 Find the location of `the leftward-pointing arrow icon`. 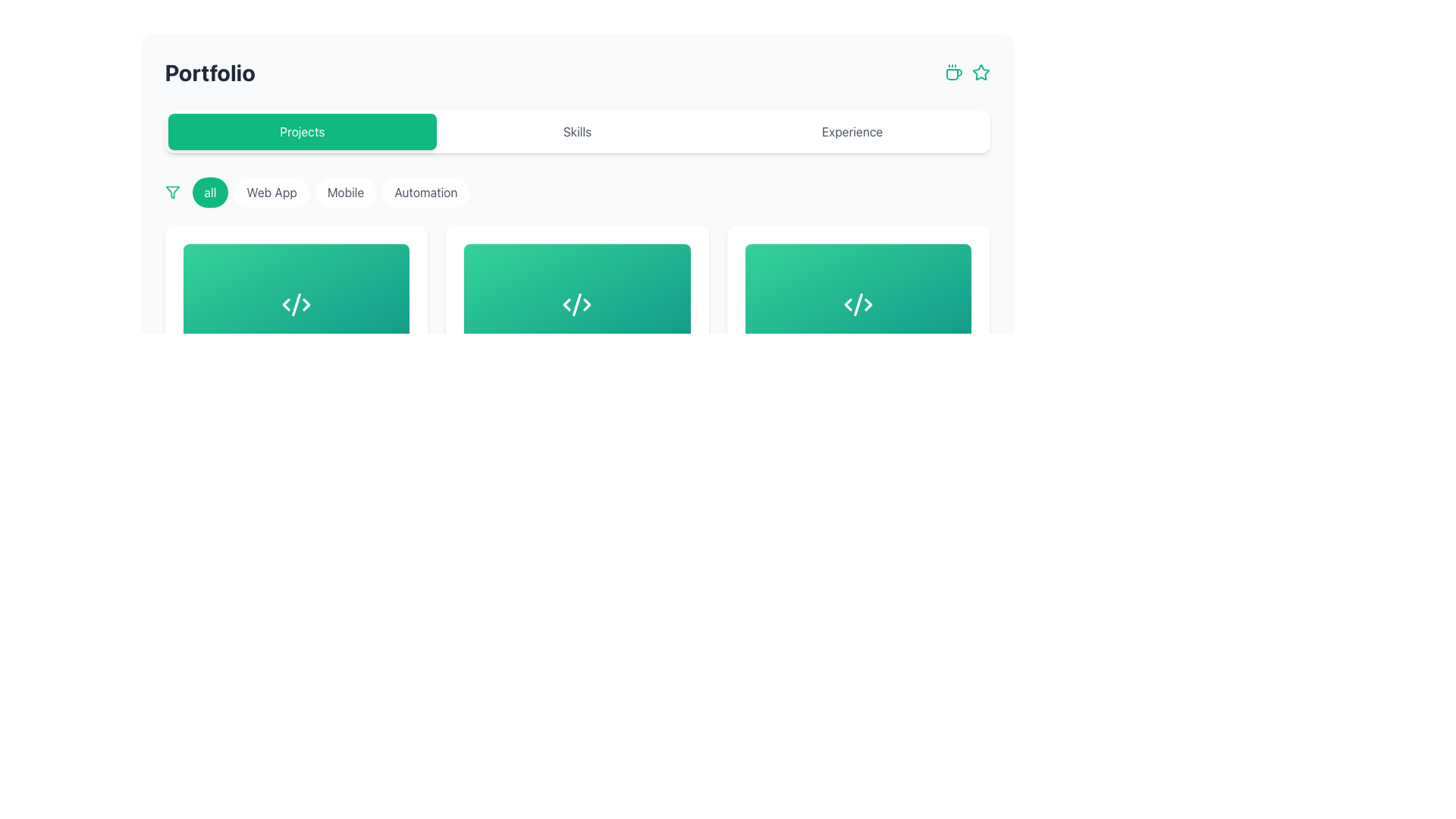

the leftward-pointing arrow icon is located at coordinates (847, 304).